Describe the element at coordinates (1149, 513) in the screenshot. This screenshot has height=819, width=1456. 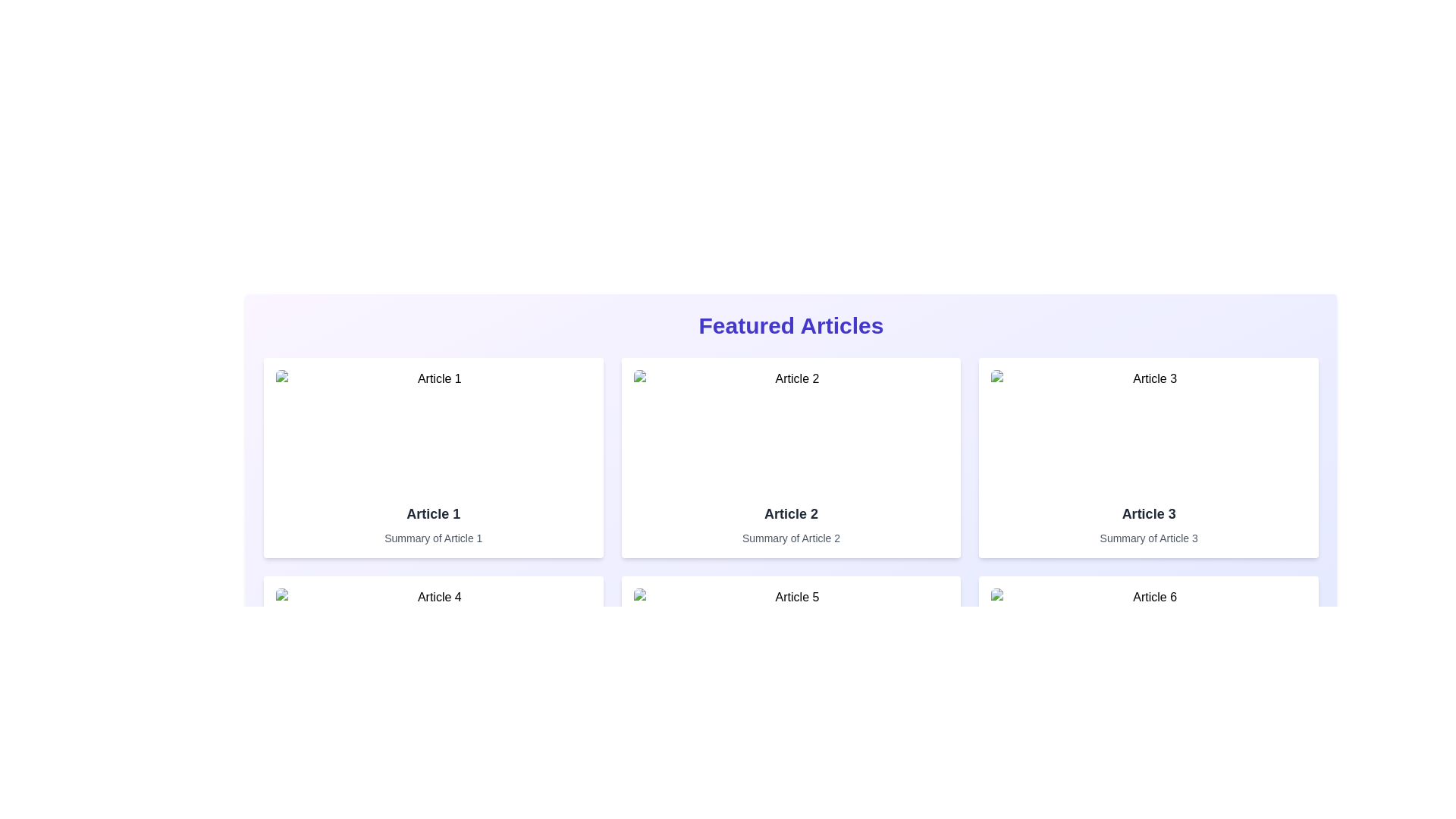
I see `text label for 'Article 3', which is a central bold label within a white card positioned in the top row of the grid layout, third column from the left` at that location.